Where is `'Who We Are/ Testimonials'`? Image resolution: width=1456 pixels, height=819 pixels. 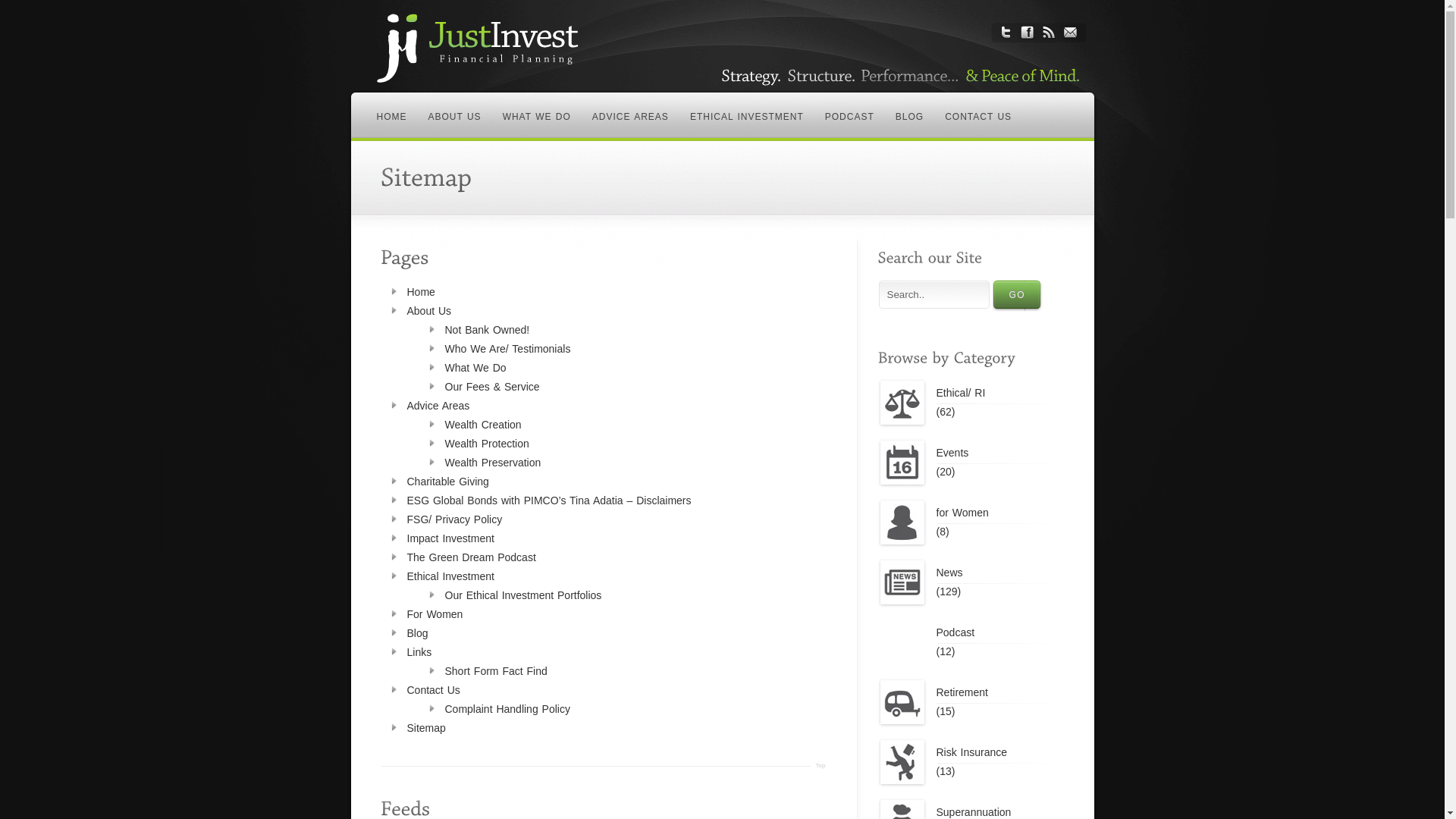 'Who We Are/ Testimonials' is located at coordinates (507, 348).